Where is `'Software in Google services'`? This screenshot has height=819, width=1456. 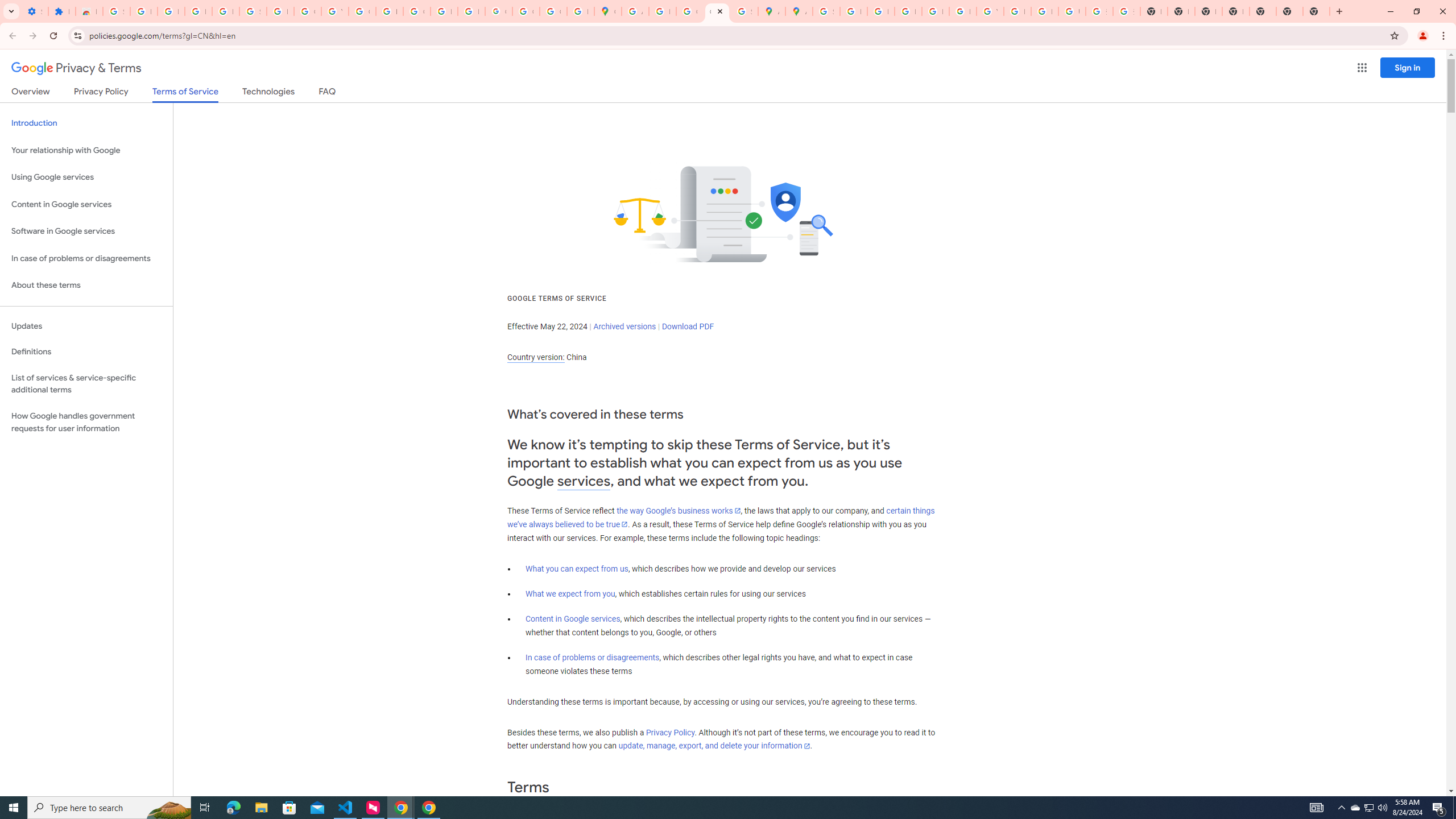 'Software in Google services' is located at coordinates (86, 230).